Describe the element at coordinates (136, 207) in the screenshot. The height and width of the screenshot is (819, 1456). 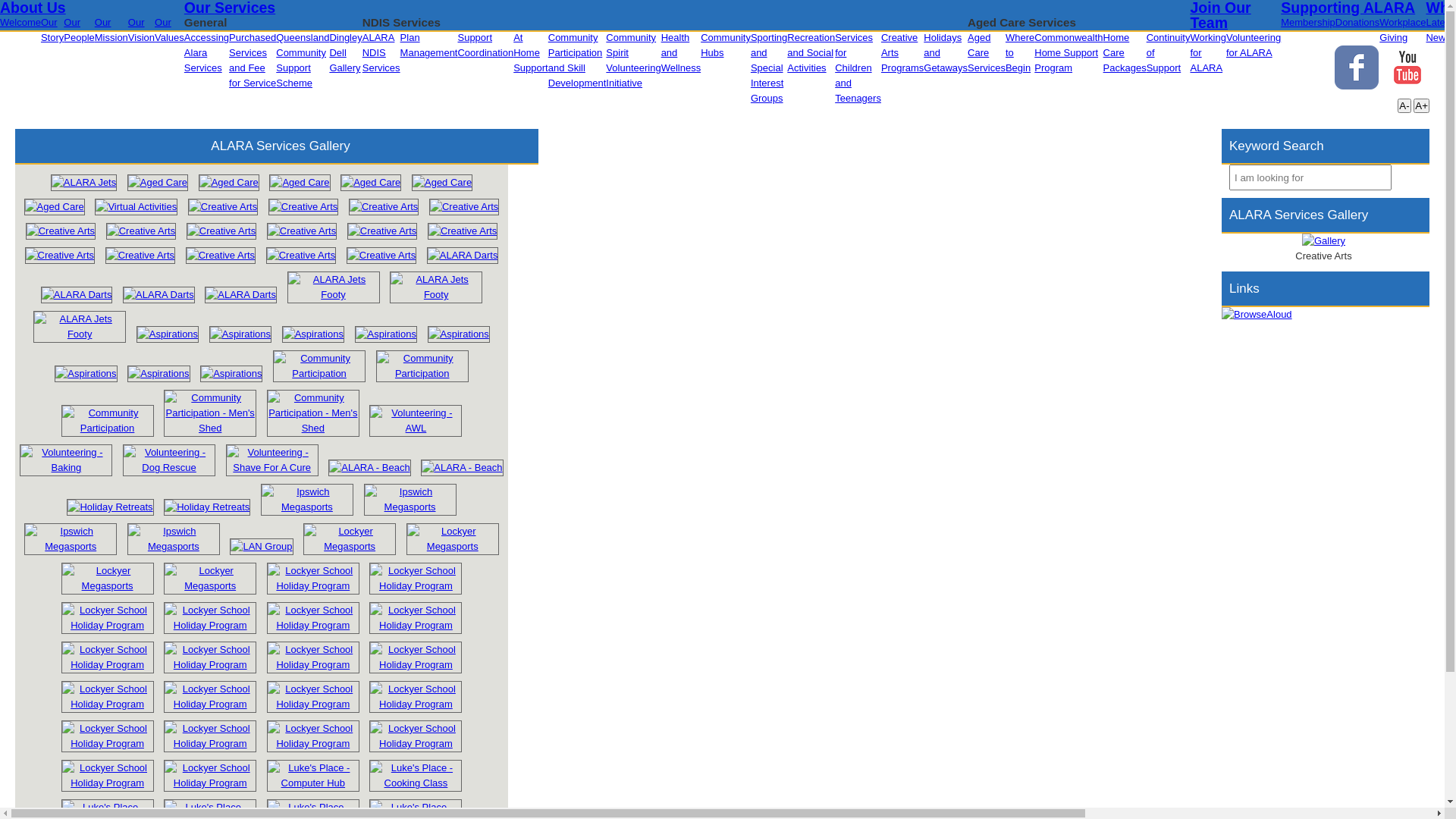
I see `'Virtual Activities'` at that location.